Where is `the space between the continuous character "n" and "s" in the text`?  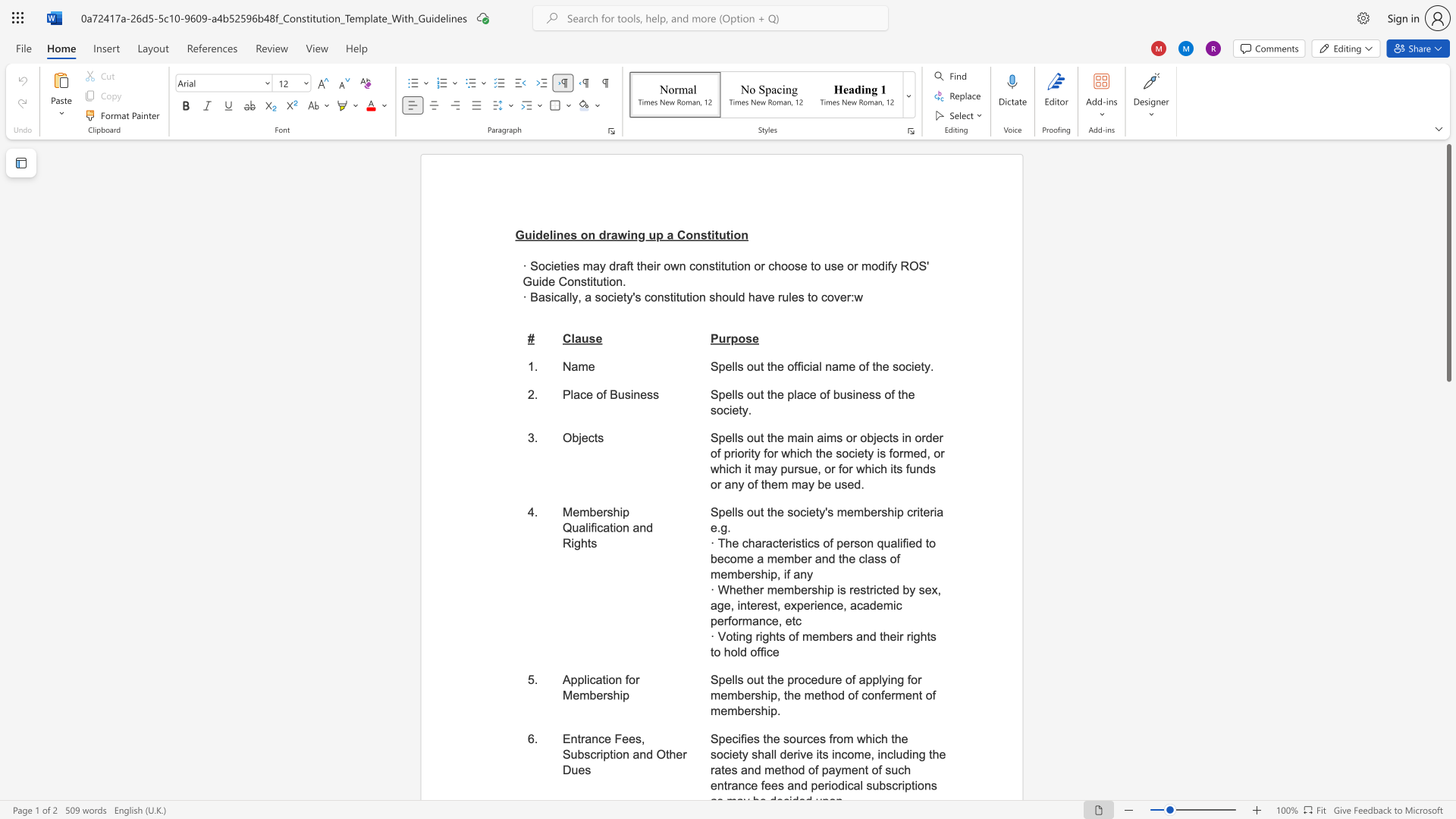
the space between the continuous character "n" and "s" in the text is located at coordinates (699, 234).